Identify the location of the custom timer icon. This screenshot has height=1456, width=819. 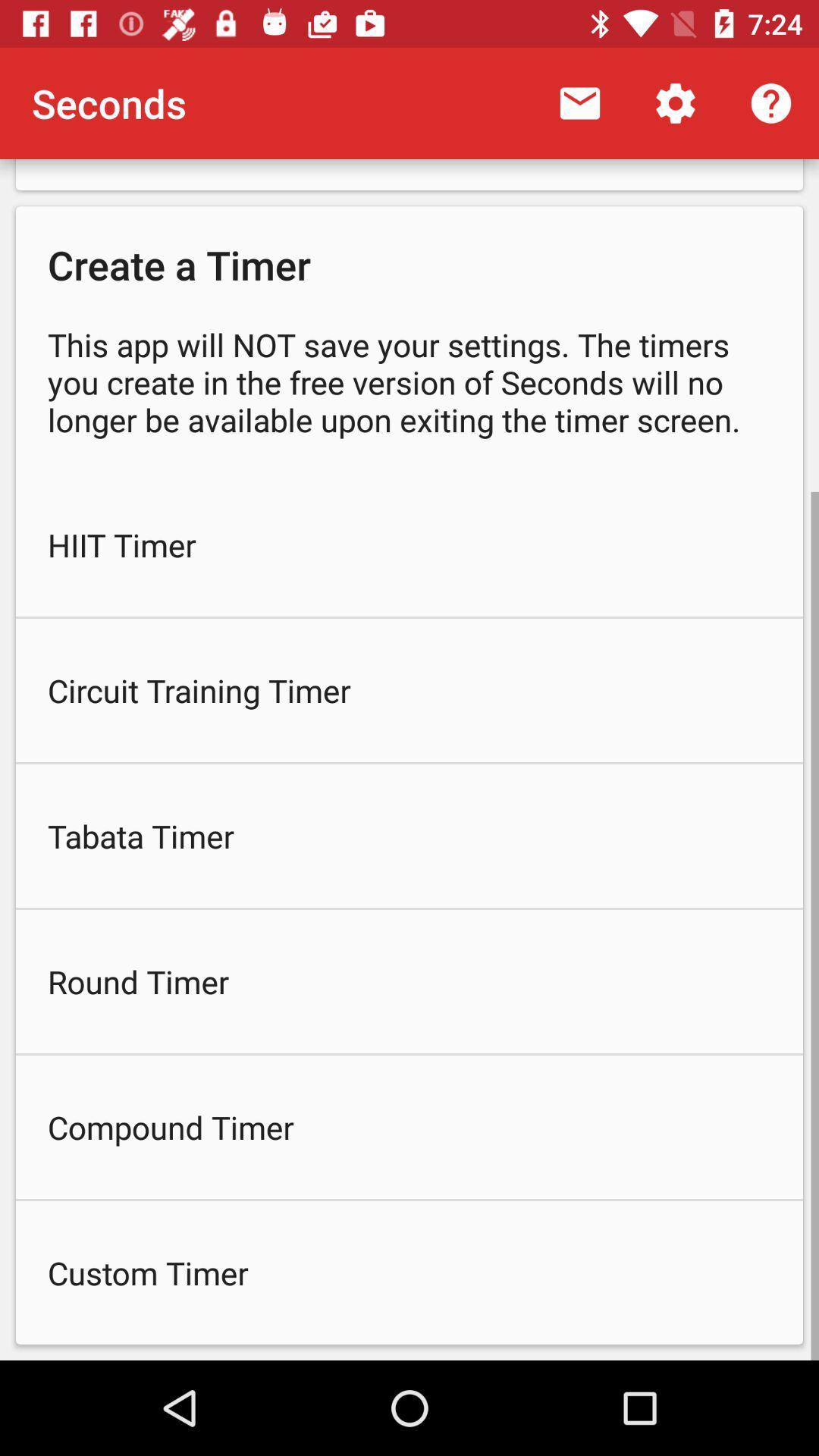
(409, 1272).